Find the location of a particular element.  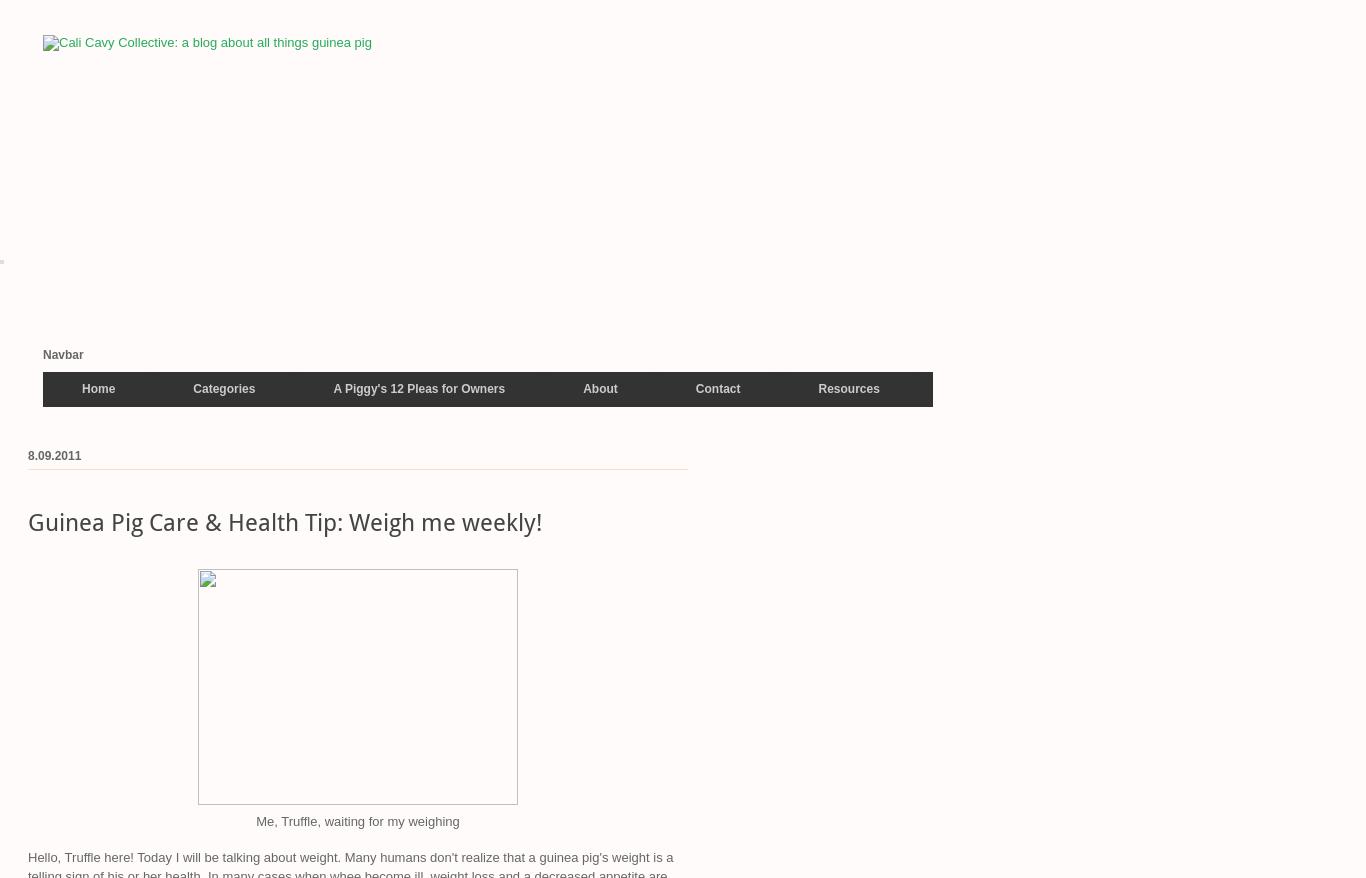

'A Piggy's 12 Pleas for Owners' is located at coordinates (417, 386).